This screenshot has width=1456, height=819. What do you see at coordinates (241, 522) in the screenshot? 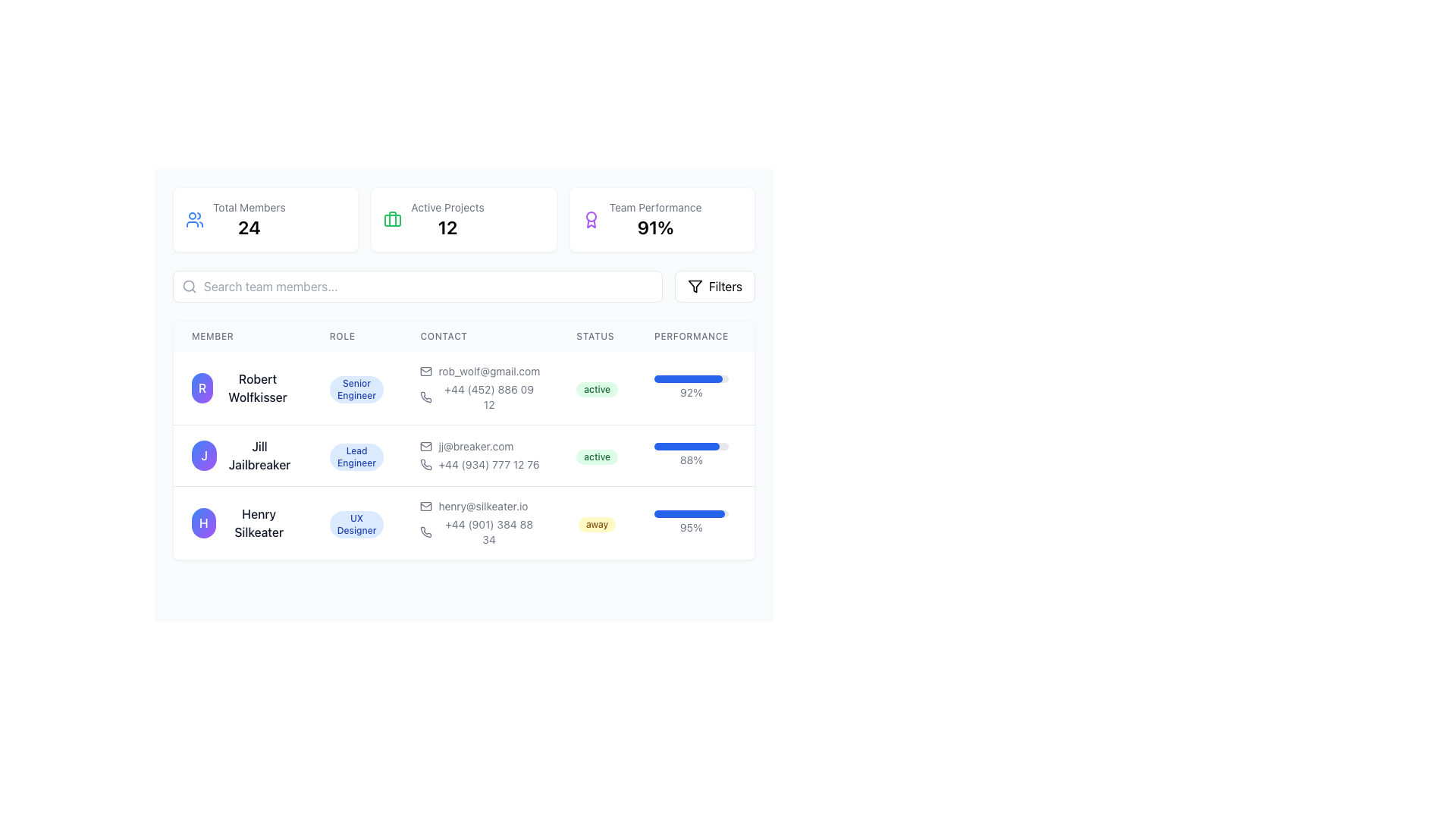
I see `the avatar of the team member in the profile overview, which is the third entry in the list, showcasing their name and image` at bounding box center [241, 522].